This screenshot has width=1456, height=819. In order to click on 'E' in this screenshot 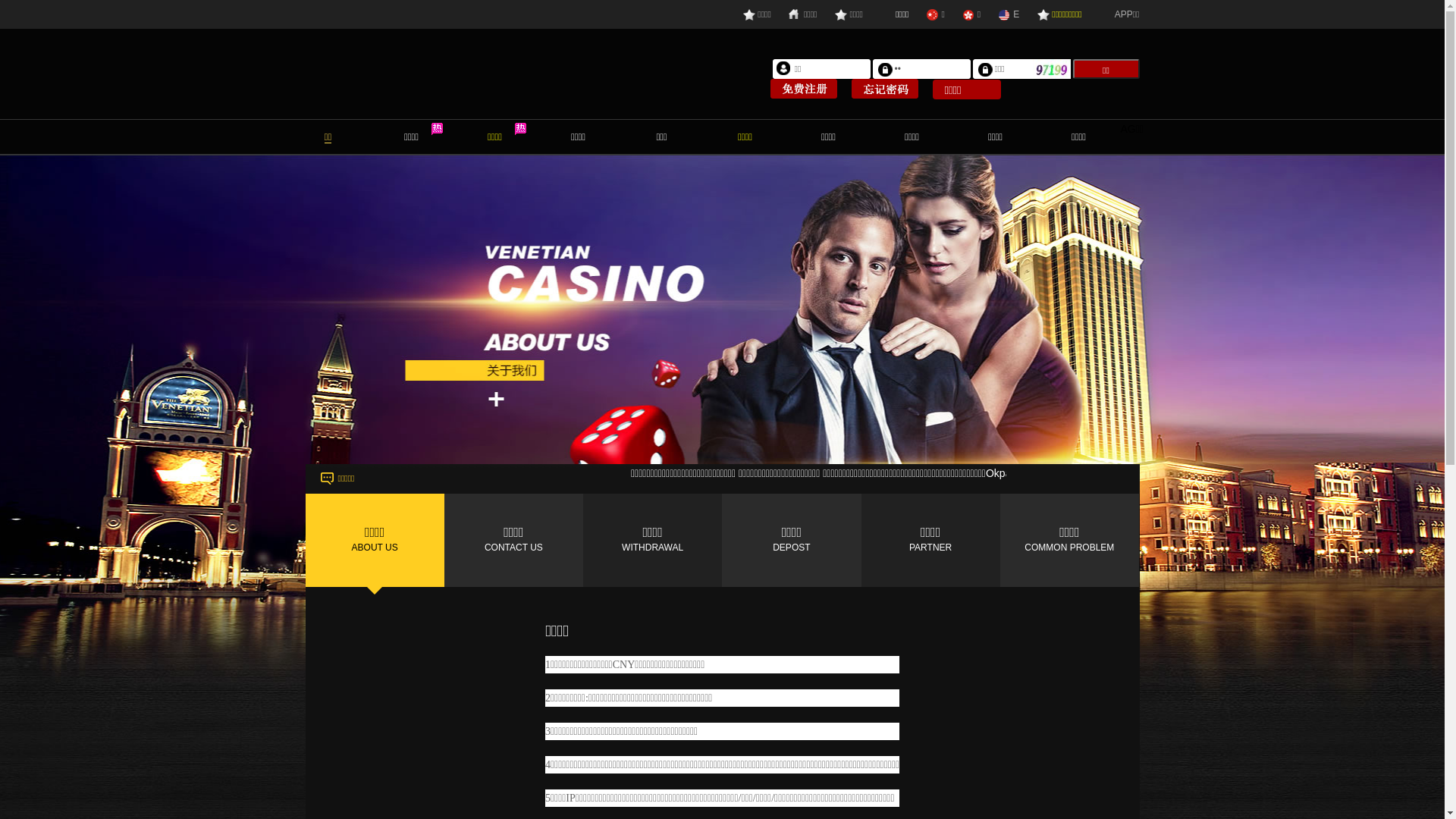, I will do `click(1008, 14)`.